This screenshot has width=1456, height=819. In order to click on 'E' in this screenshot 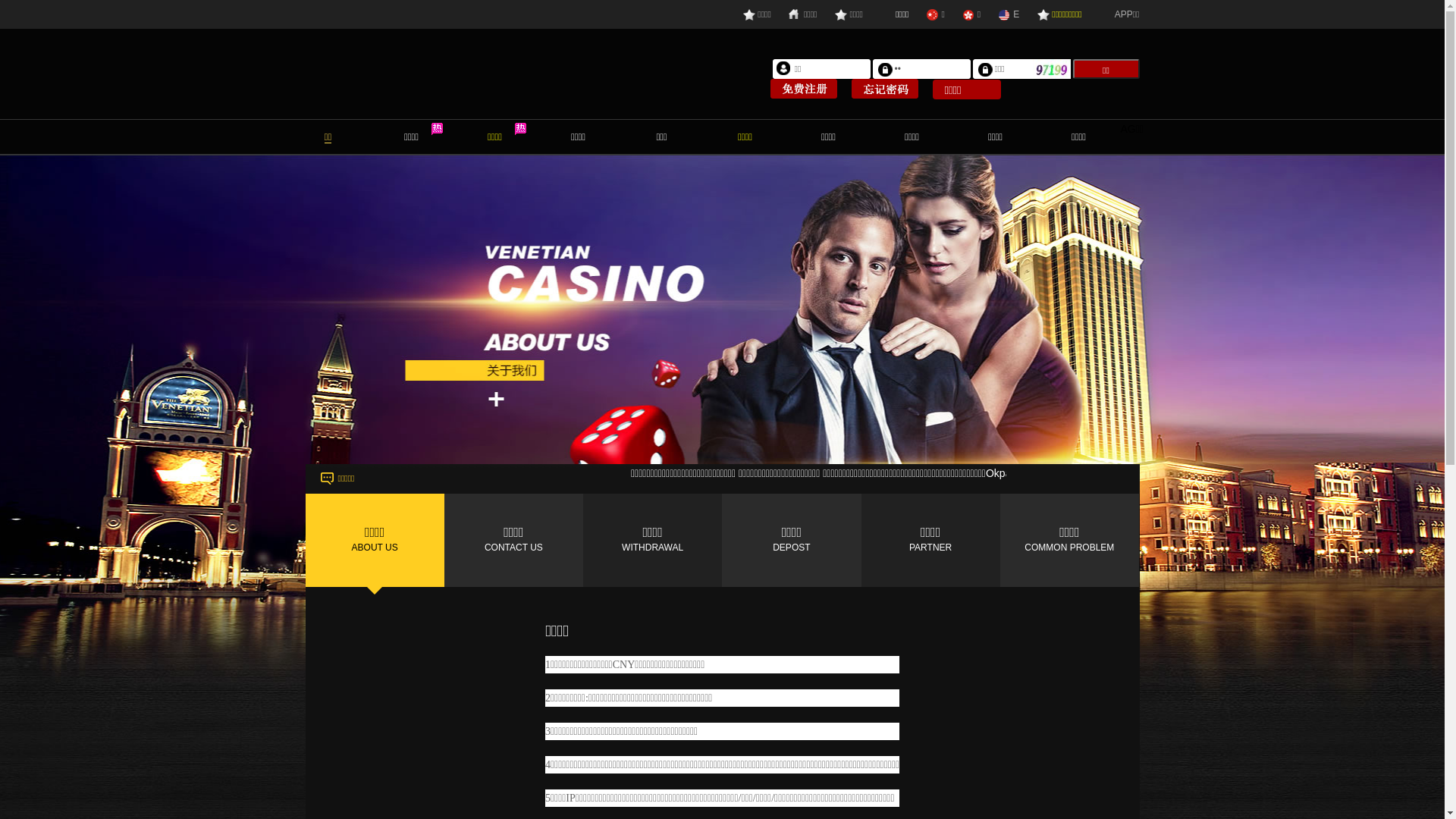, I will do `click(1008, 14)`.